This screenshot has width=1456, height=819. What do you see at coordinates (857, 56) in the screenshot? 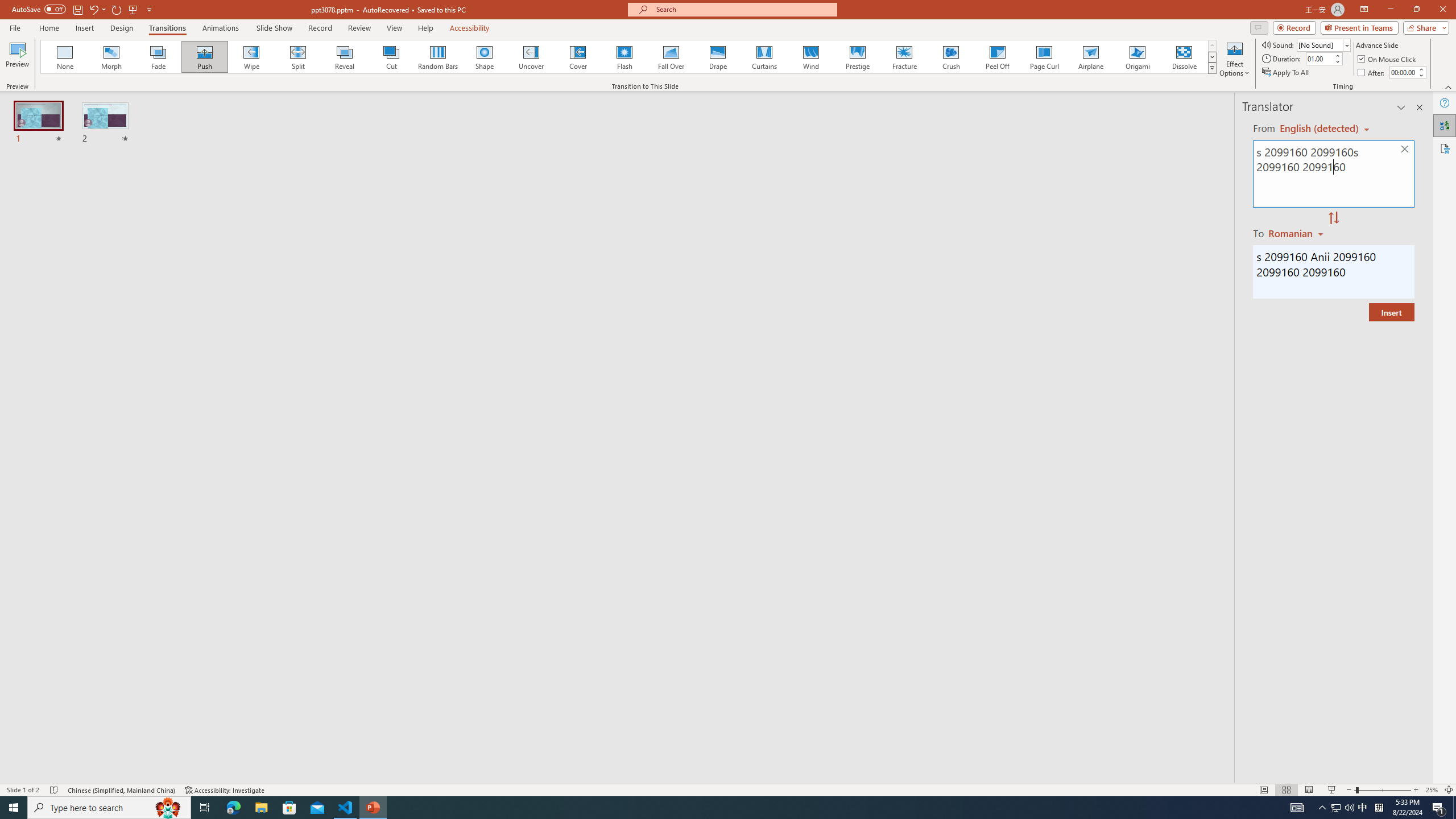
I see `'Prestige'` at bounding box center [857, 56].